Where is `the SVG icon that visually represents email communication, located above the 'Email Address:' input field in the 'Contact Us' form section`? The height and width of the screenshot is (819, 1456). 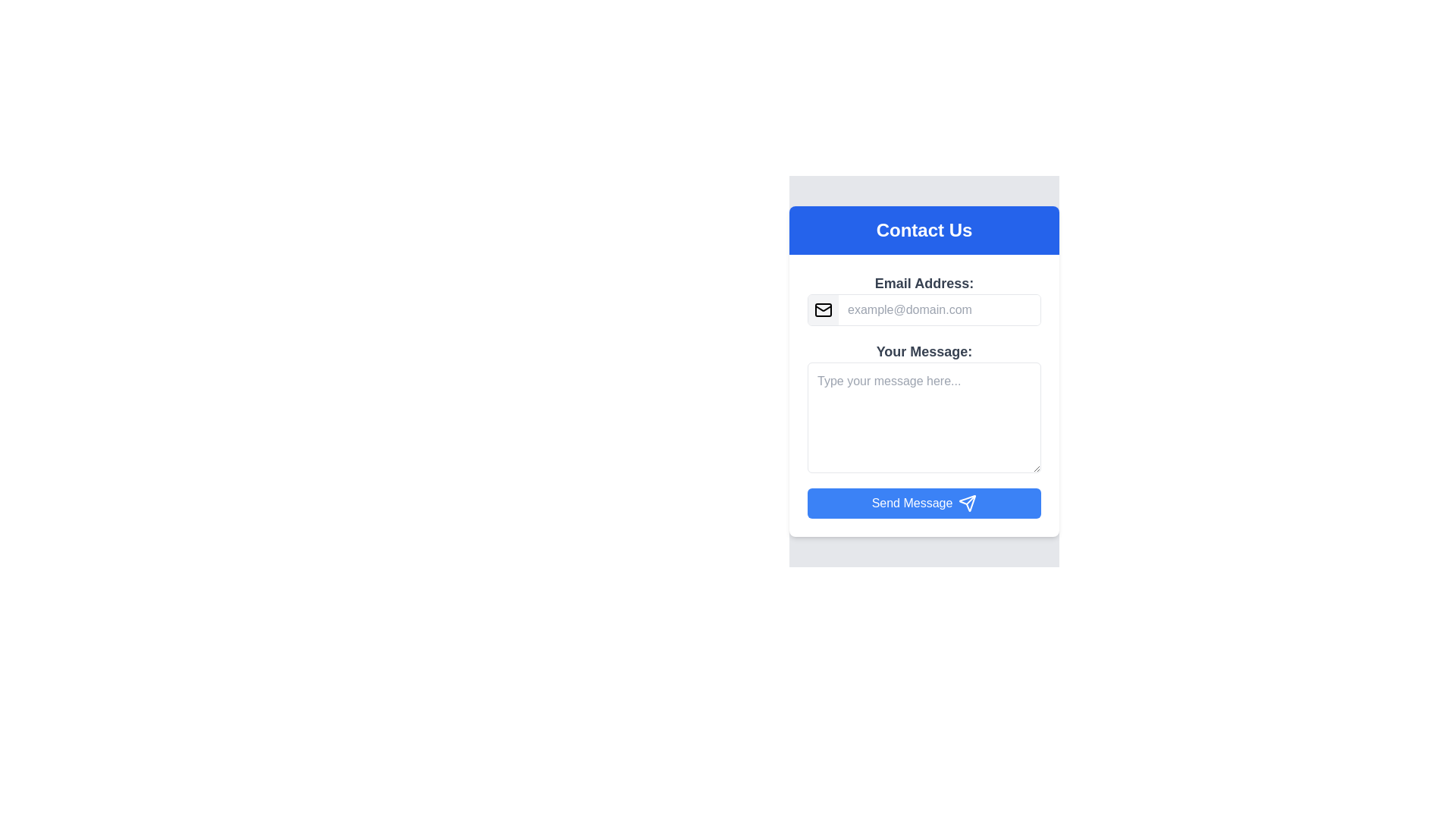 the SVG icon that visually represents email communication, located above the 'Email Address:' input field in the 'Contact Us' form section is located at coordinates (822, 309).